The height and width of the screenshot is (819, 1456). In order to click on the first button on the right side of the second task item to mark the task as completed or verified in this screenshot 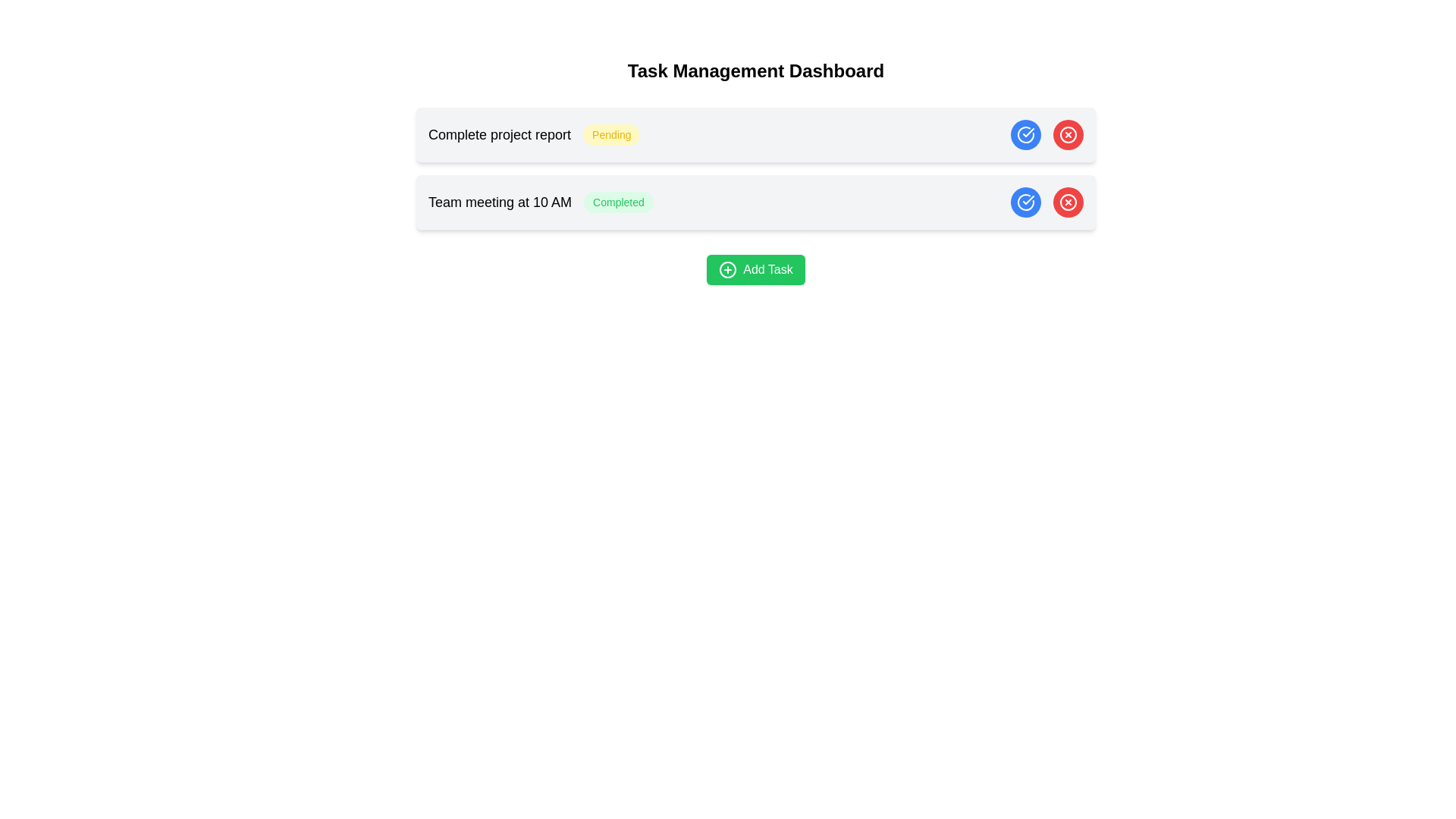, I will do `click(1026, 201)`.